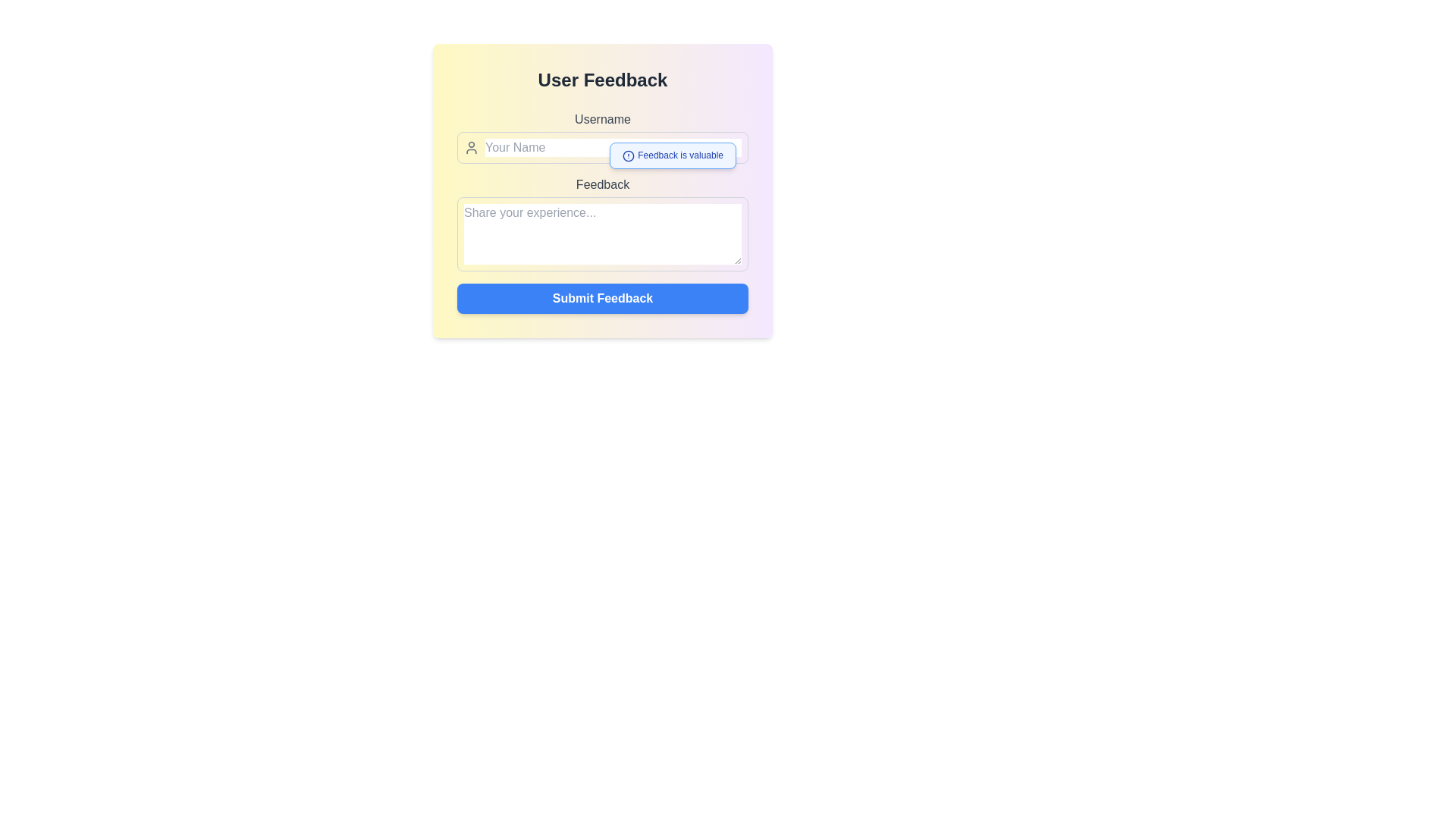  I want to click on the circular alert icon located at the top-right section of the pop-up, adjacent to the username text input and near the 'Feedback is valuable' button, so click(629, 155).